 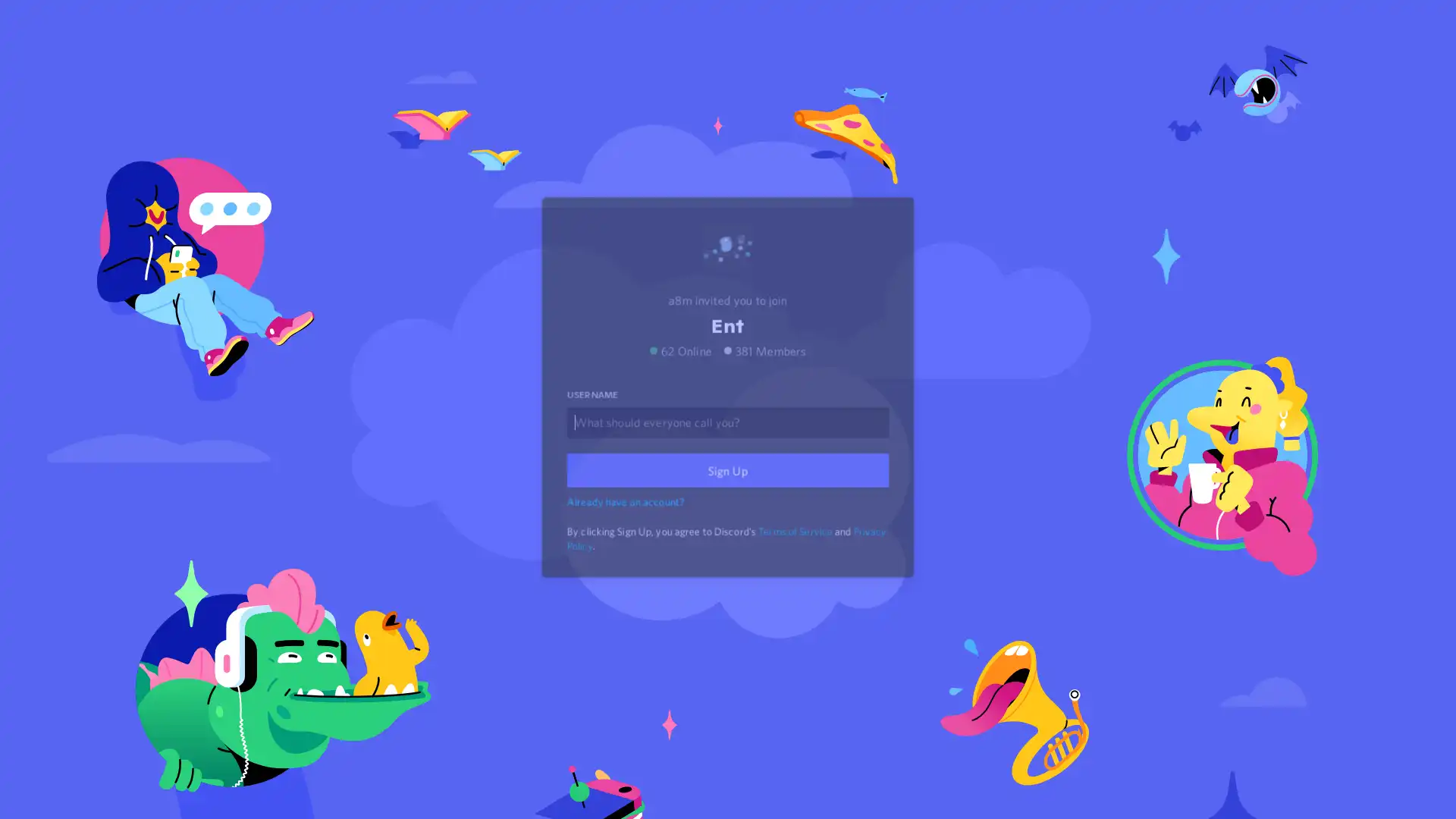 What do you see at coordinates (628, 519) in the screenshot?
I see `Already have an account?` at bounding box center [628, 519].